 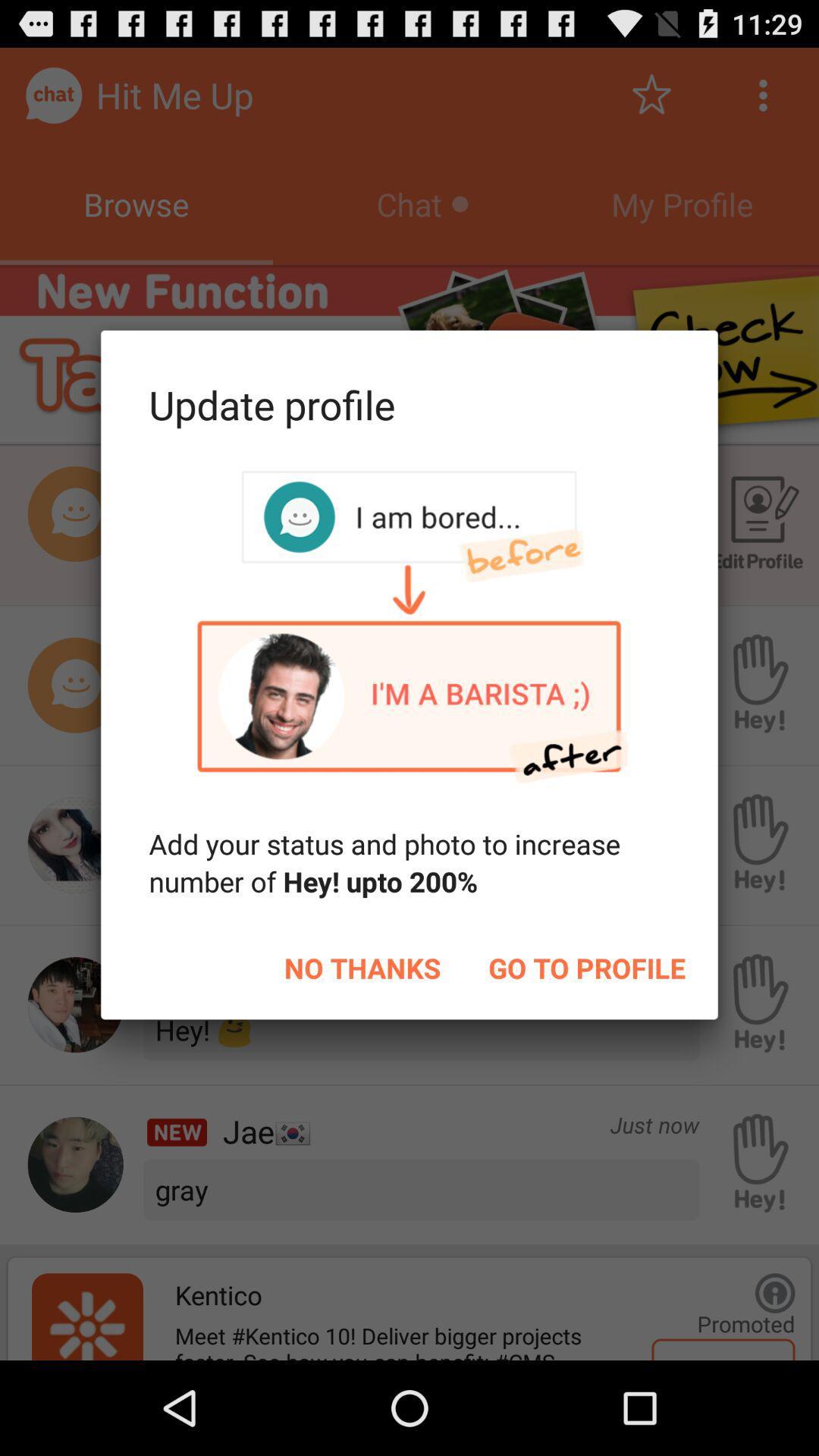 I want to click on item on the right, so click(x=586, y=967).